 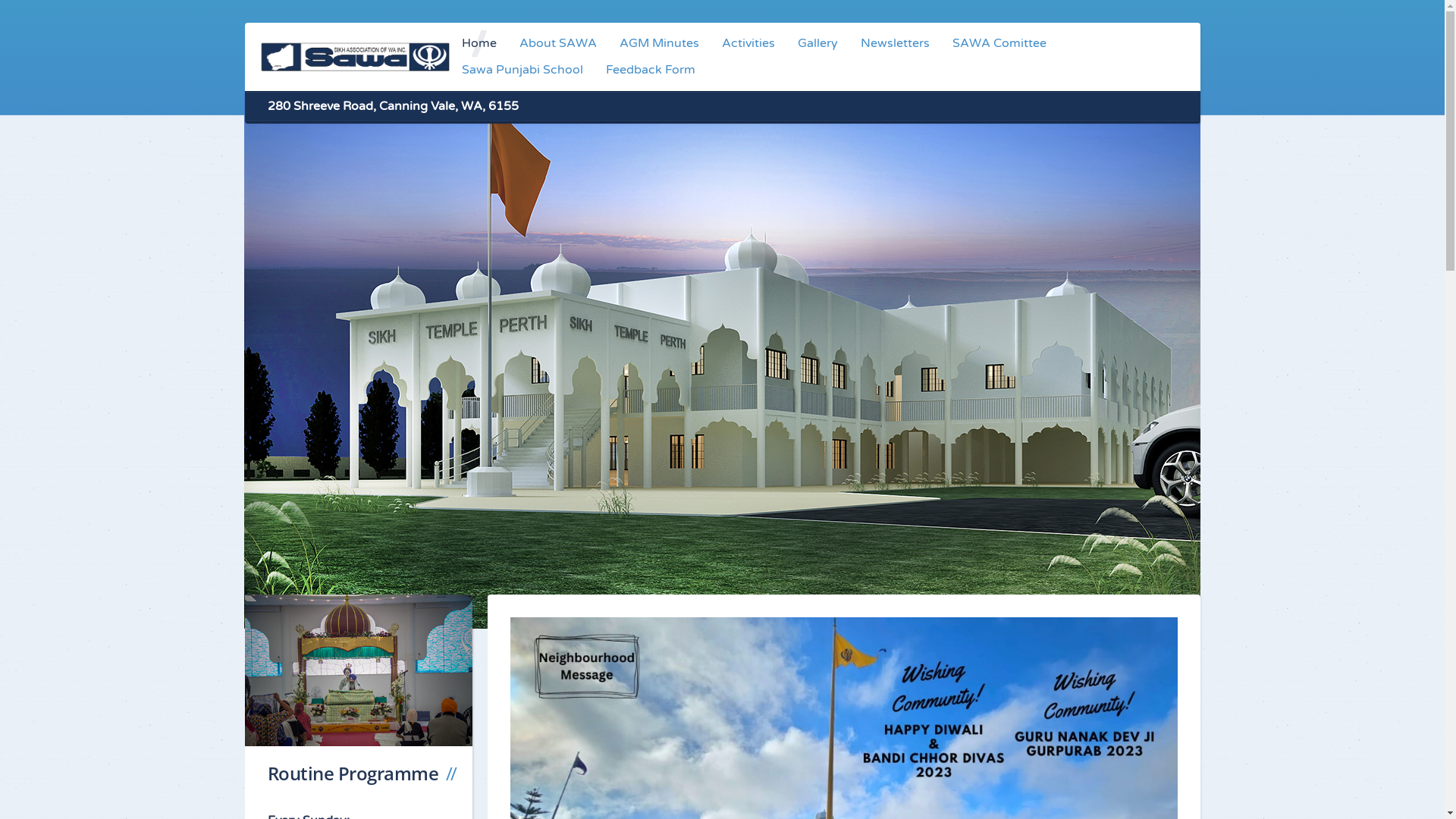 I want to click on 'SAWA Comittee', so click(x=940, y=42).